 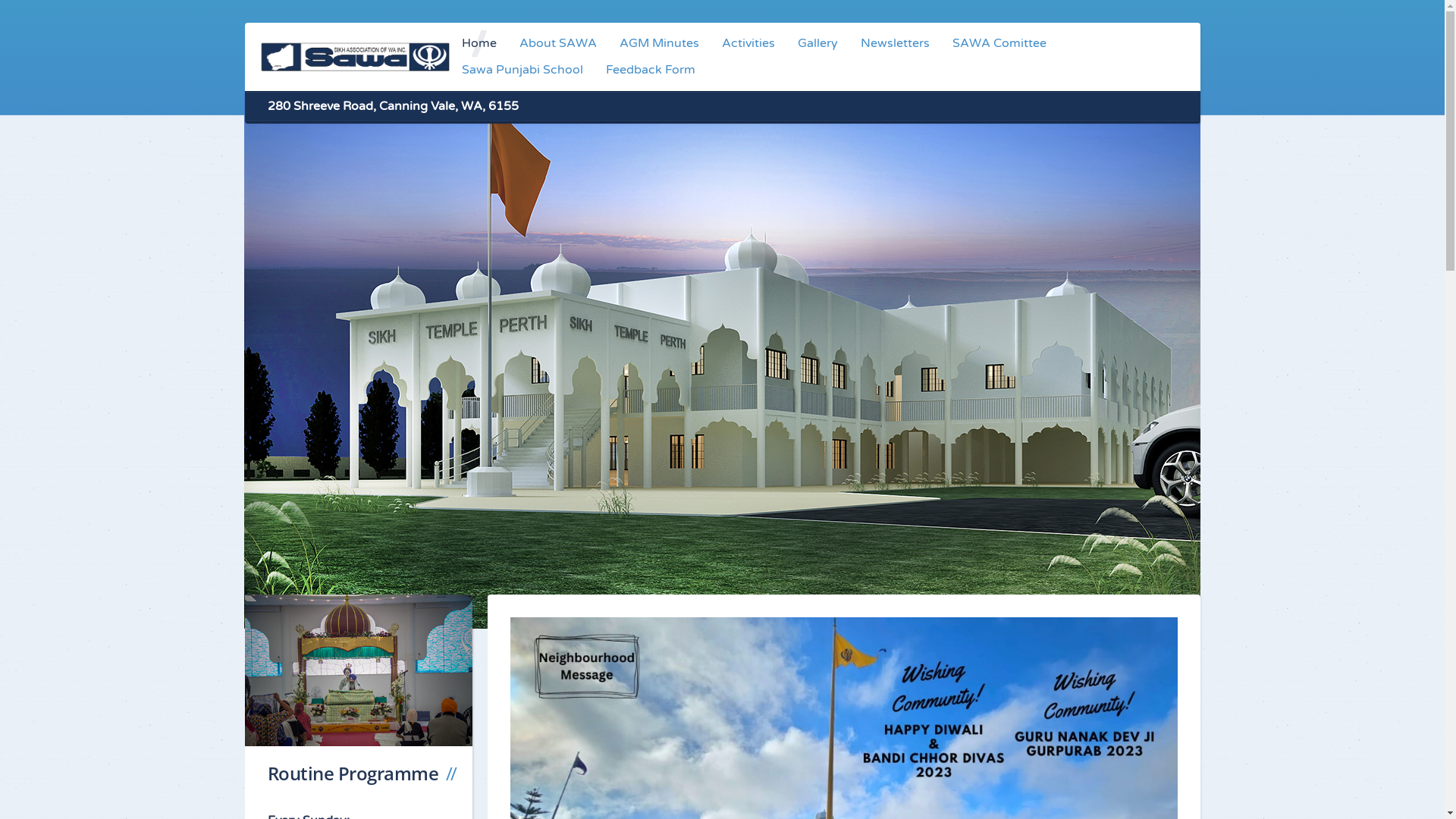 I want to click on 'SAWA Comittee', so click(x=940, y=42).